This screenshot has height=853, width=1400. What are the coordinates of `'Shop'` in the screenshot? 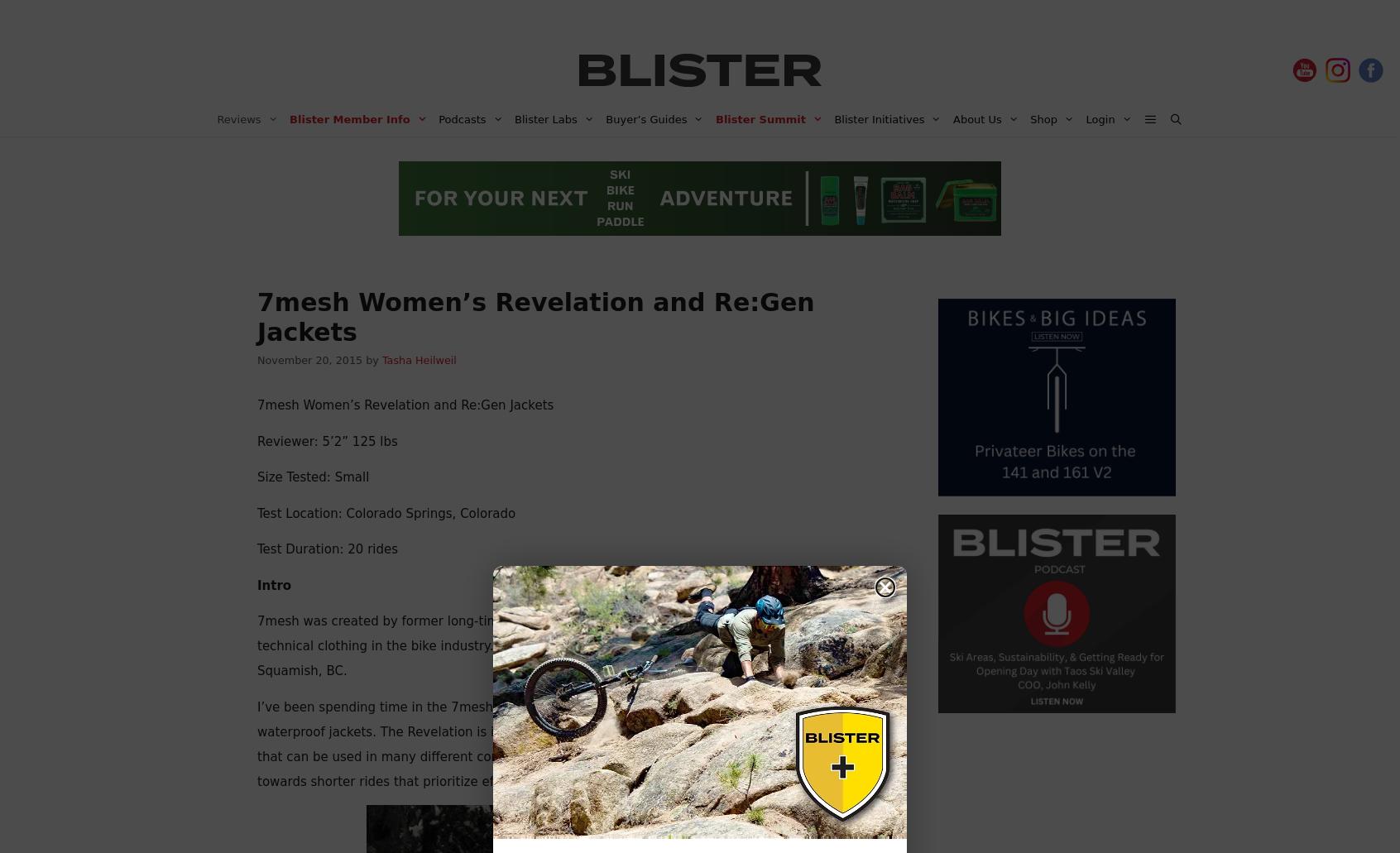 It's located at (1029, 118).